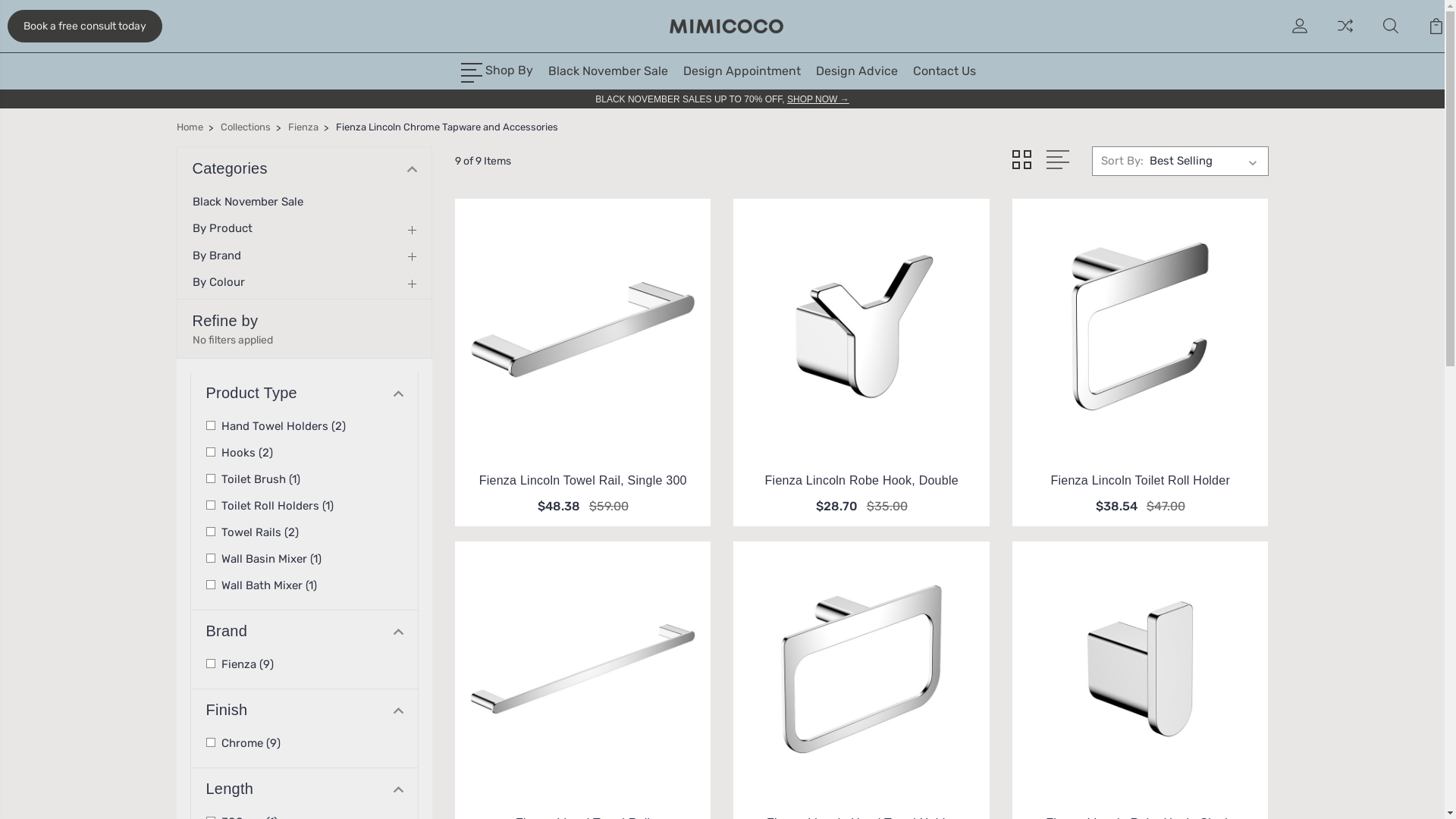 The height and width of the screenshot is (819, 1456). I want to click on 'Book a free consult today', so click(7, 26).